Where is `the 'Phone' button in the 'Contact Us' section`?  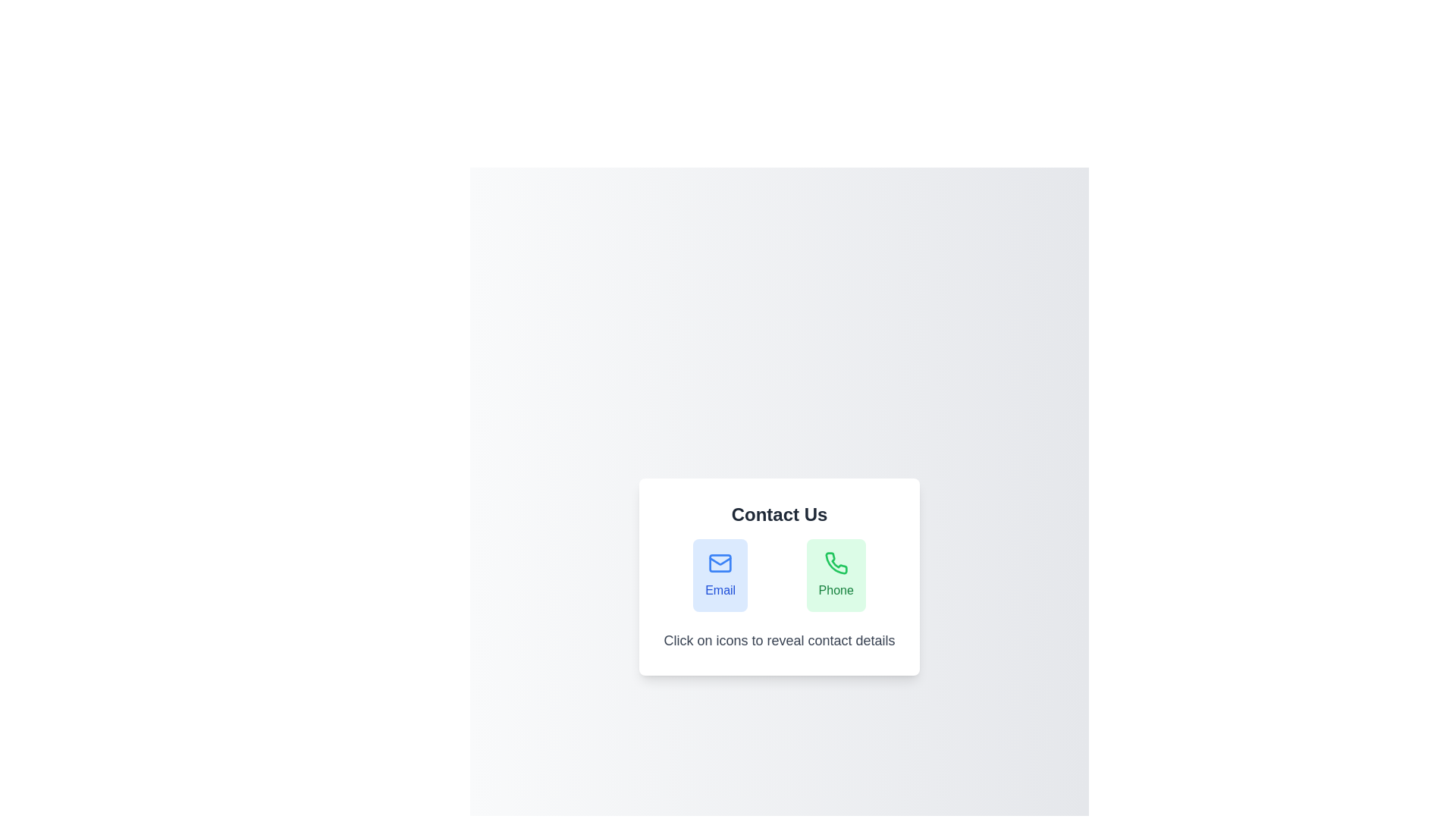 the 'Phone' button in the 'Contact Us' section is located at coordinates (835, 576).